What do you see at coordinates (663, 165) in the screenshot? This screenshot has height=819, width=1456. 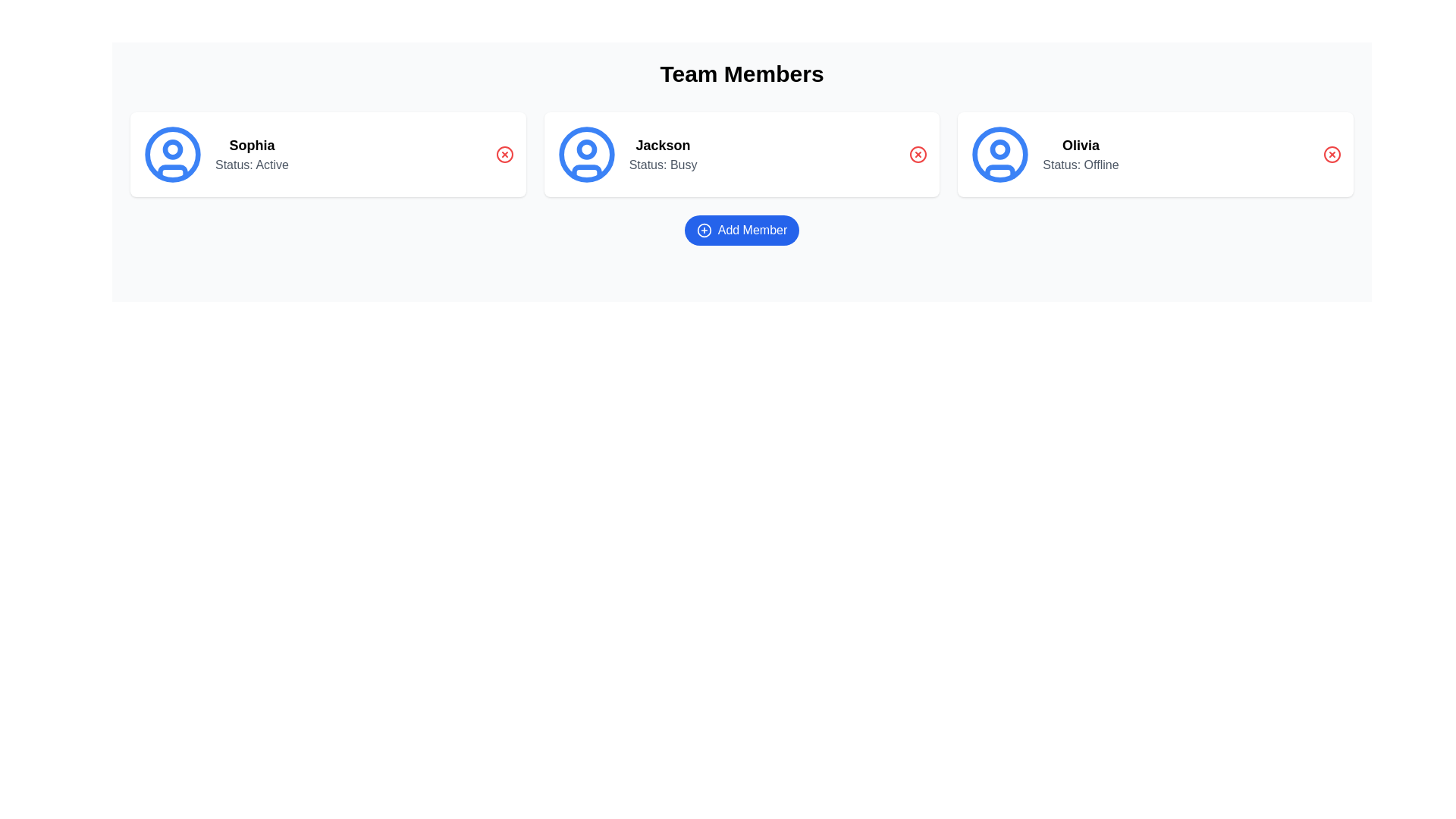 I see `the static text displaying the availability status of Jackson, located in the central card of the 'Team Members' section, below the name 'Jackson' and above the bottom margin of the card` at bounding box center [663, 165].